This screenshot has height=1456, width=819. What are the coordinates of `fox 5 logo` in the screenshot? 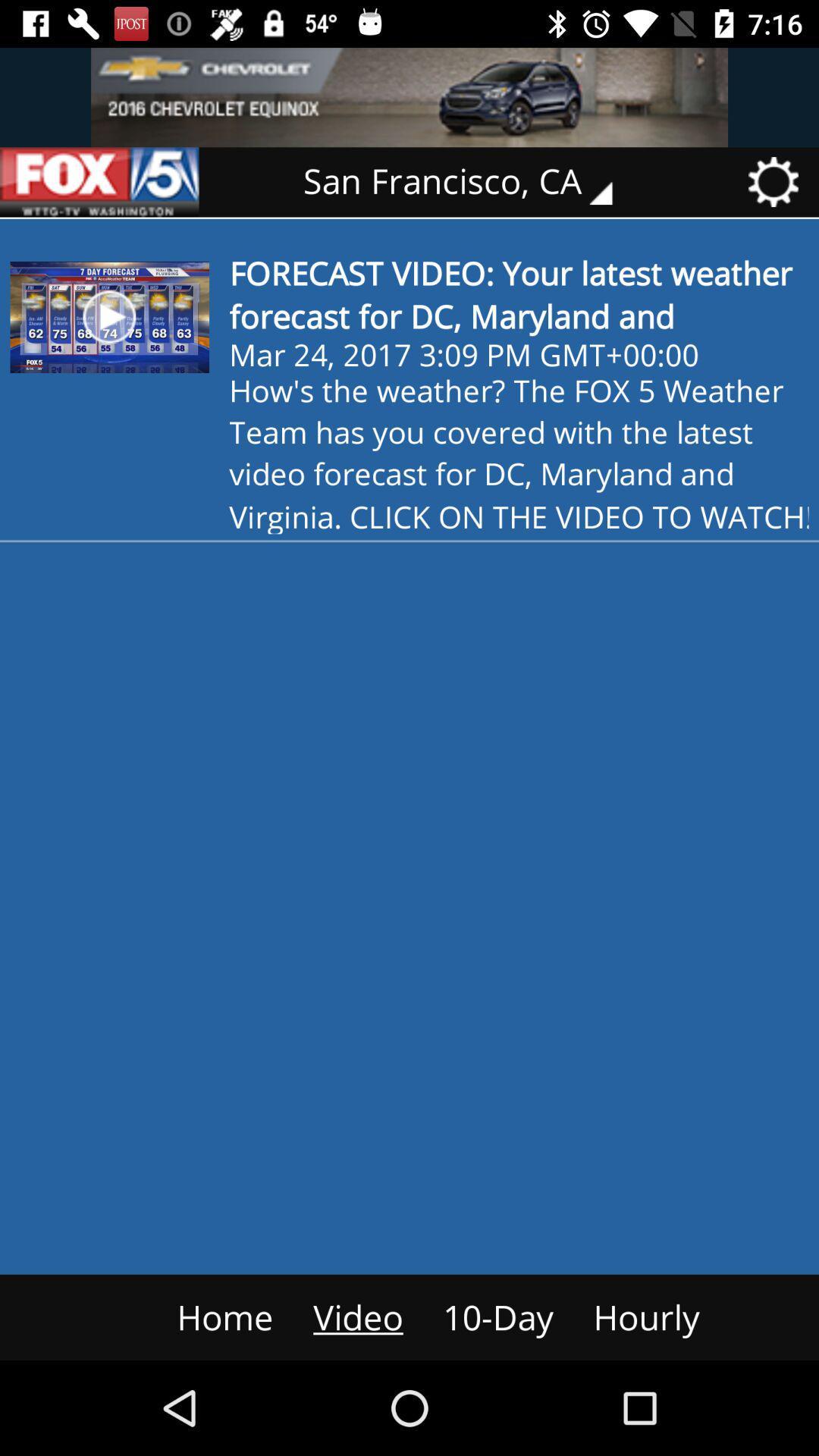 It's located at (99, 182).